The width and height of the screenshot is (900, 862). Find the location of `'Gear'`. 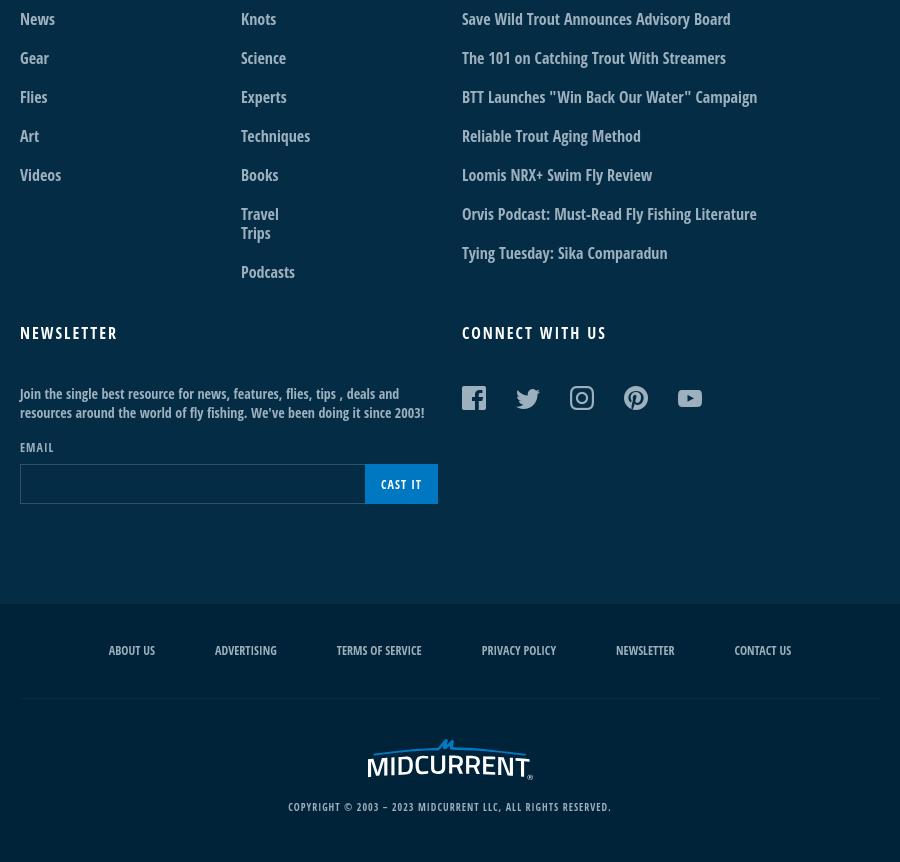

'Gear' is located at coordinates (18, 58).